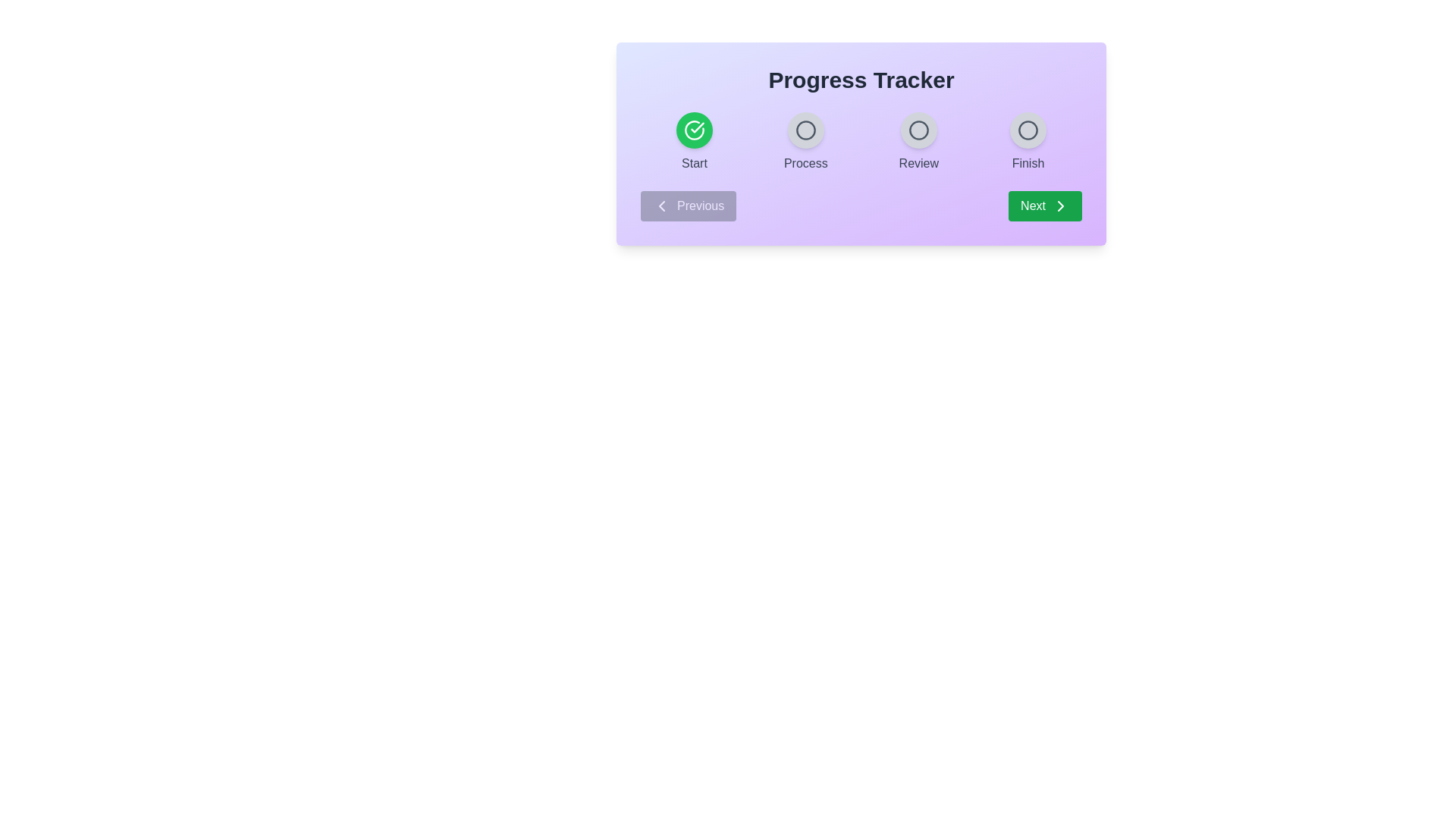  Describe the element at coordinates (1028, 130) in the screenshot. I see `the third circular icon from the left in the progress-tracking system, which is aligned with the text 'Finish' below it` at that location.